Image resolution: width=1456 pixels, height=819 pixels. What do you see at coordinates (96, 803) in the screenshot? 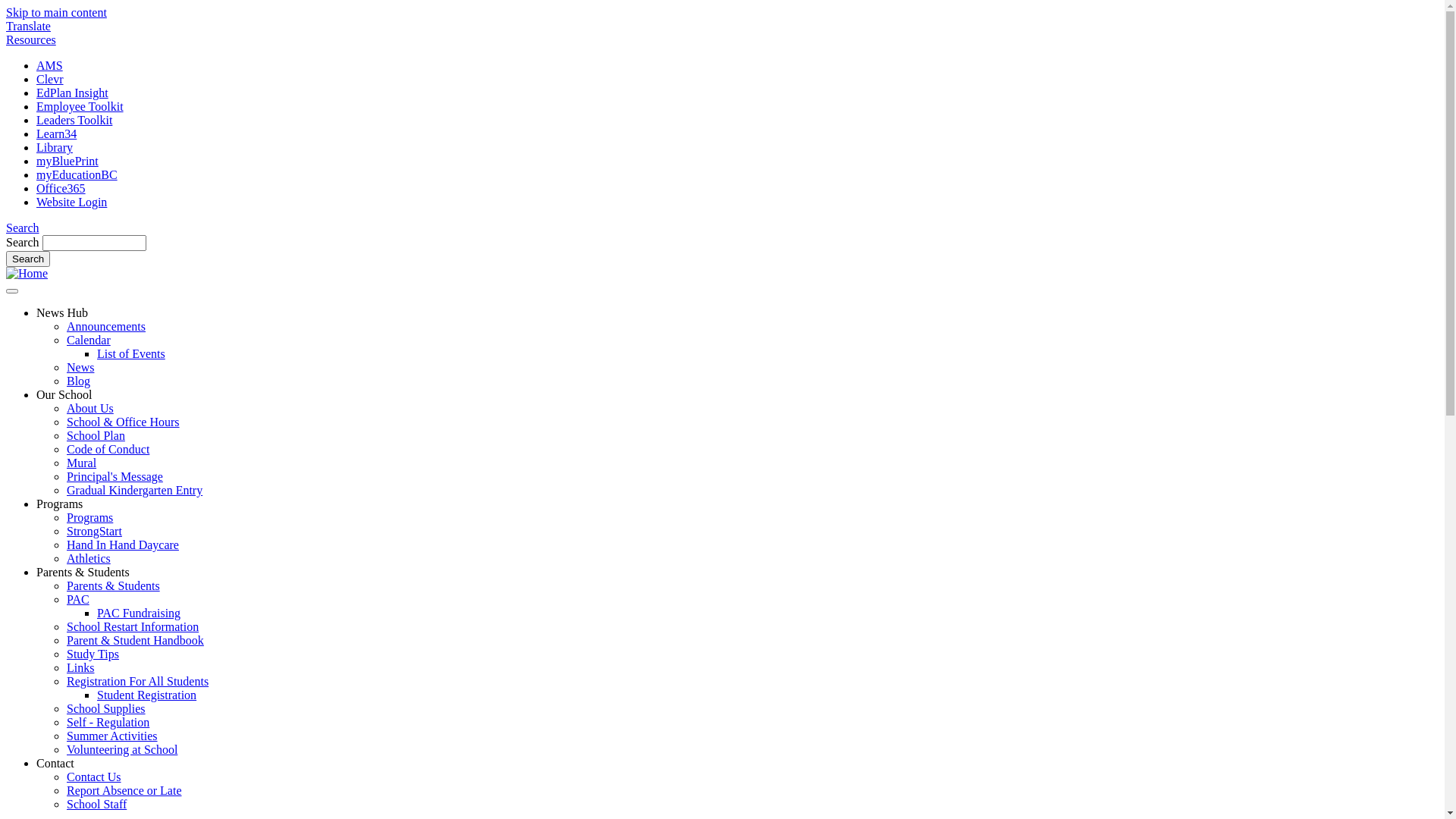
I see `'School Staff'` at bounding box center [96, 803].